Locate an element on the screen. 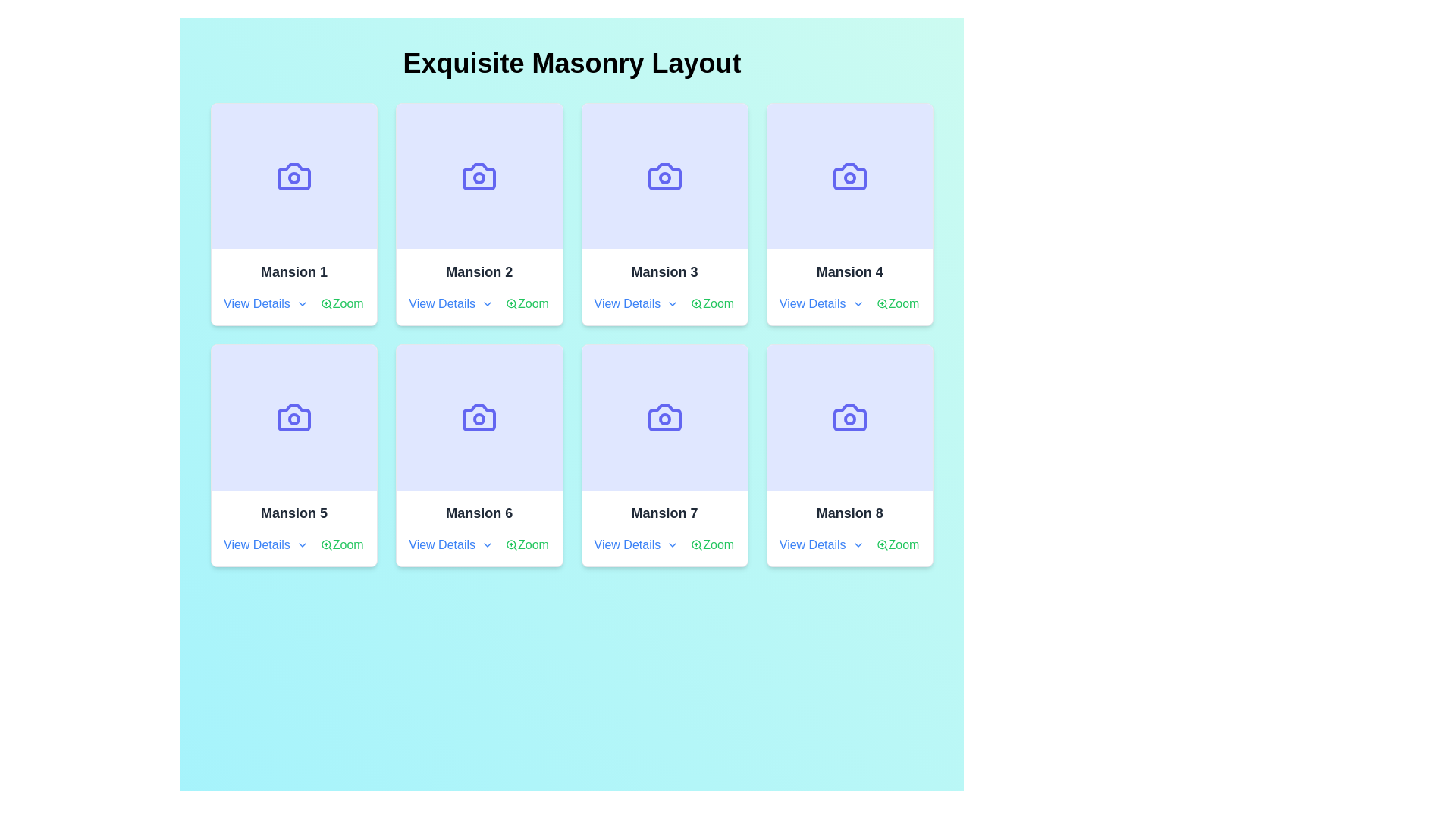  the small, downward-pointing chevron icon styled as an outline with rounded corners, located next to the text 'View Details' in the third card from the left in the top row of the grid layout is located at coordinates (672, 304).